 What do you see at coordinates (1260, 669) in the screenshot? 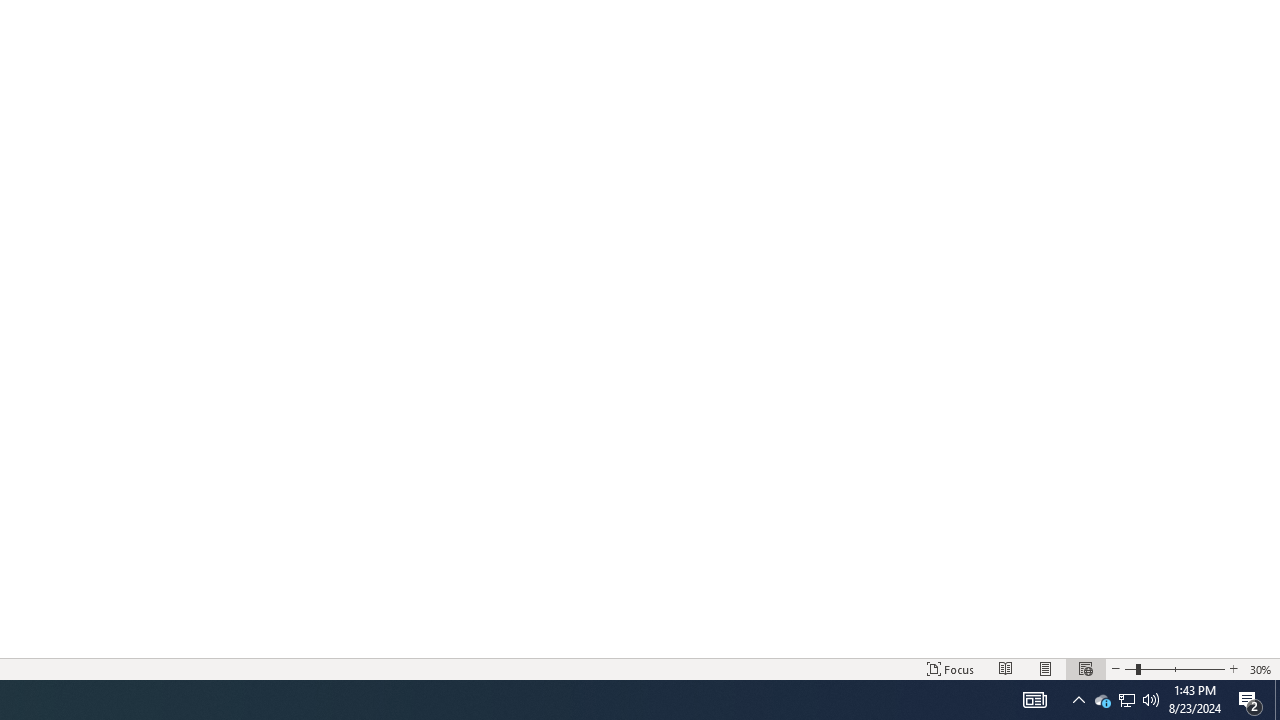
I see `'Zoom 30%'` at bounding box center [1260, 669].